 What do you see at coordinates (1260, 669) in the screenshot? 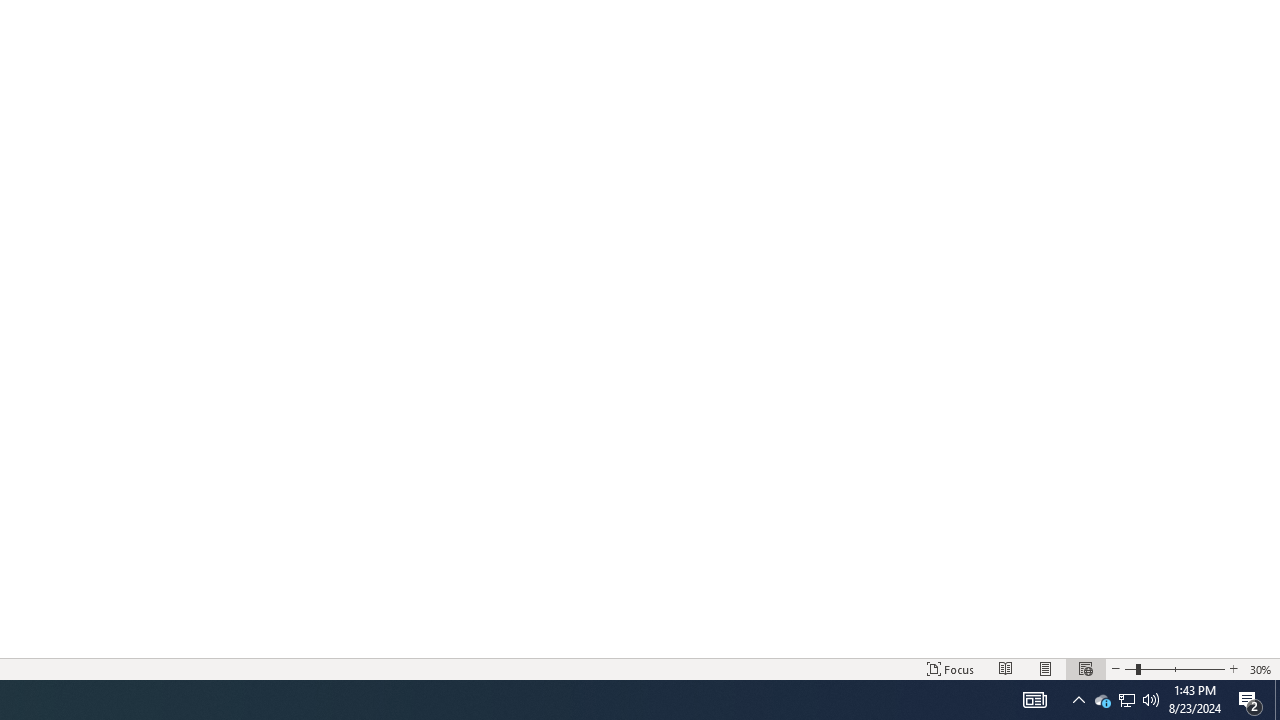
I see `'Zoom 30%'` at bounding box center [1260, 669].